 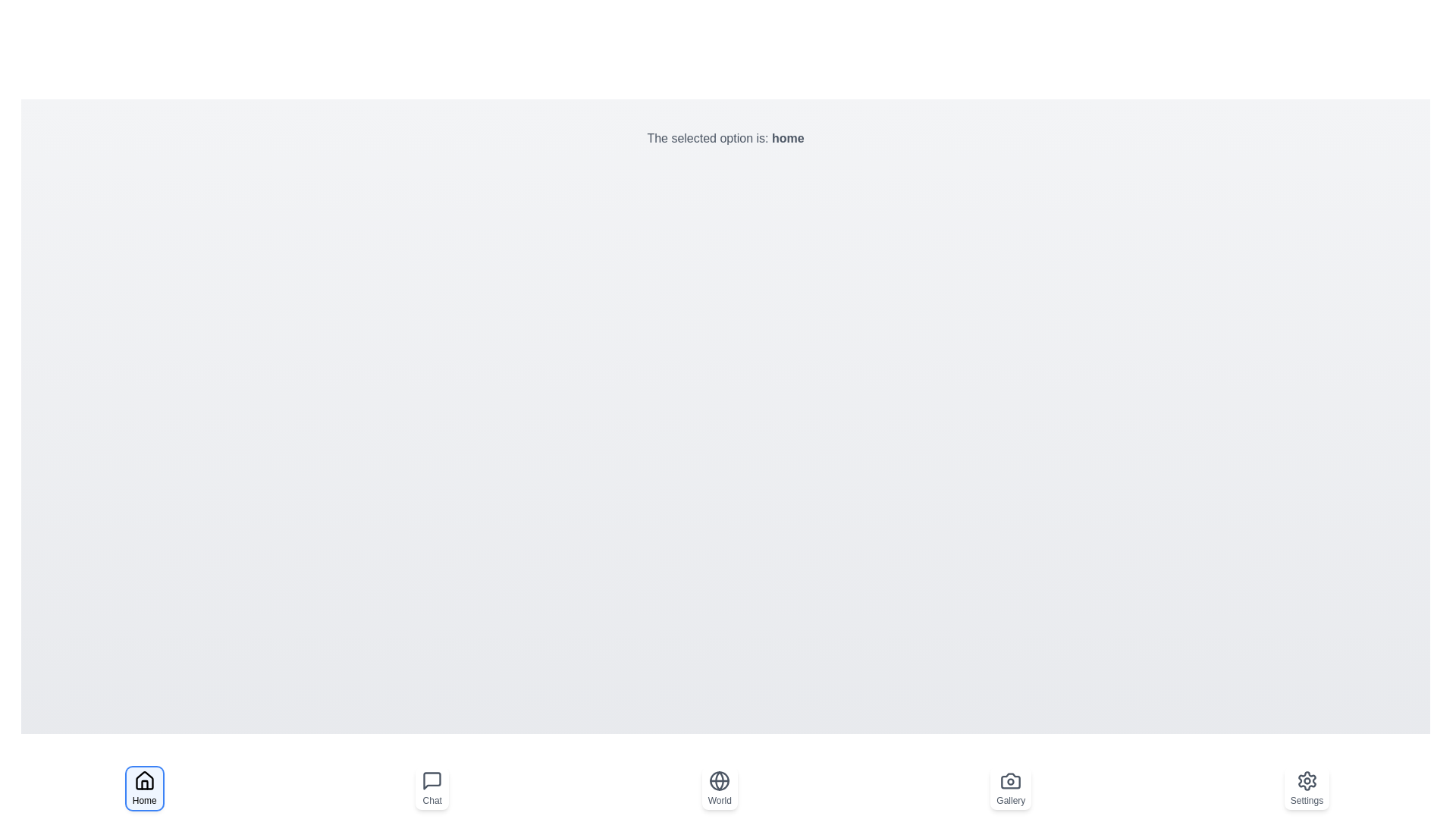 I want to click on the navigation option chat to select it, so click(x=431, y=788).